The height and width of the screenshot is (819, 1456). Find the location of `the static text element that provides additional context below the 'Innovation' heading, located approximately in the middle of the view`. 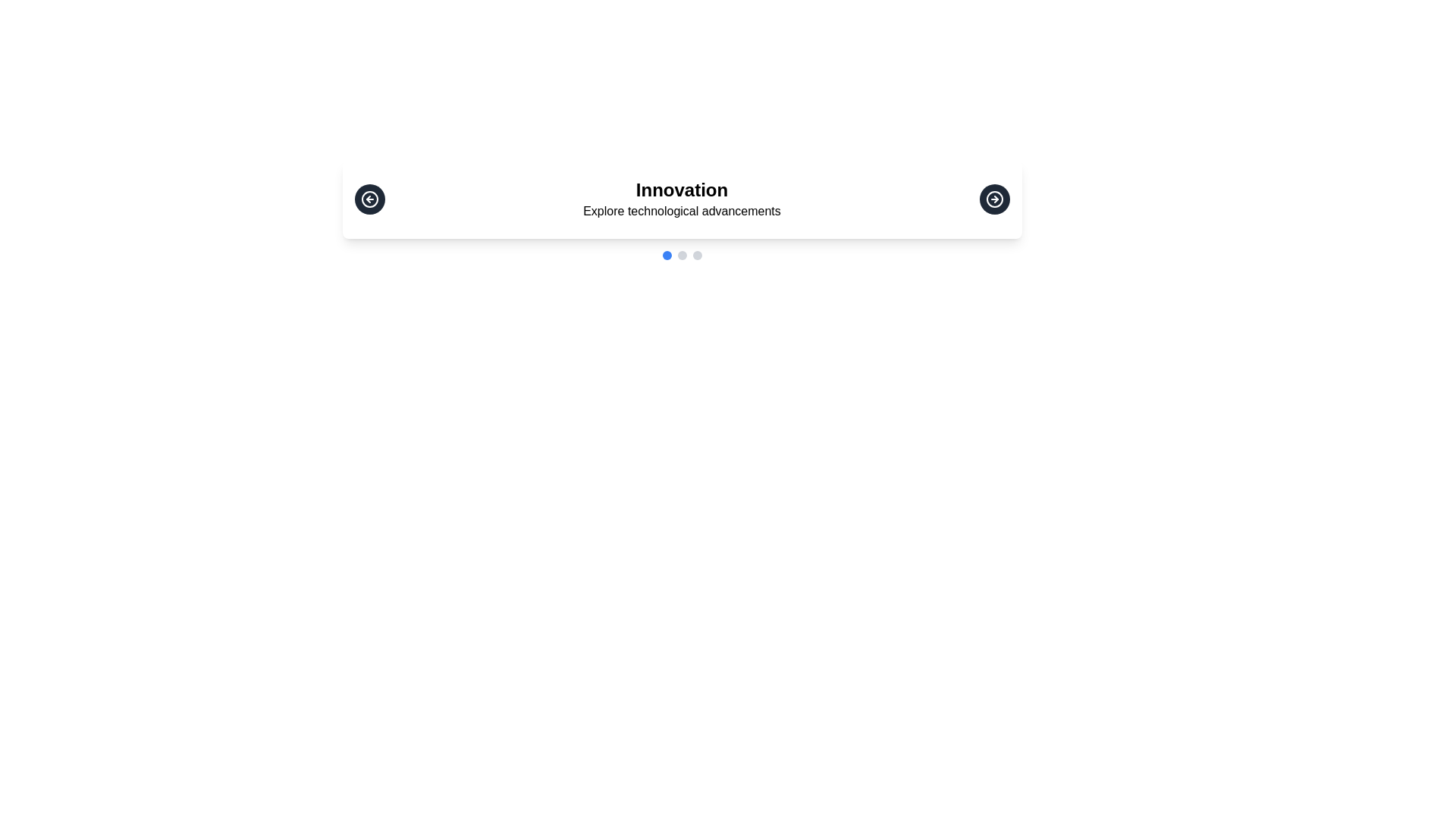

the static text element that provides additional context below the 'Innovation' heading, located approximately in the middle of the view is located at coordinates (681, 211).